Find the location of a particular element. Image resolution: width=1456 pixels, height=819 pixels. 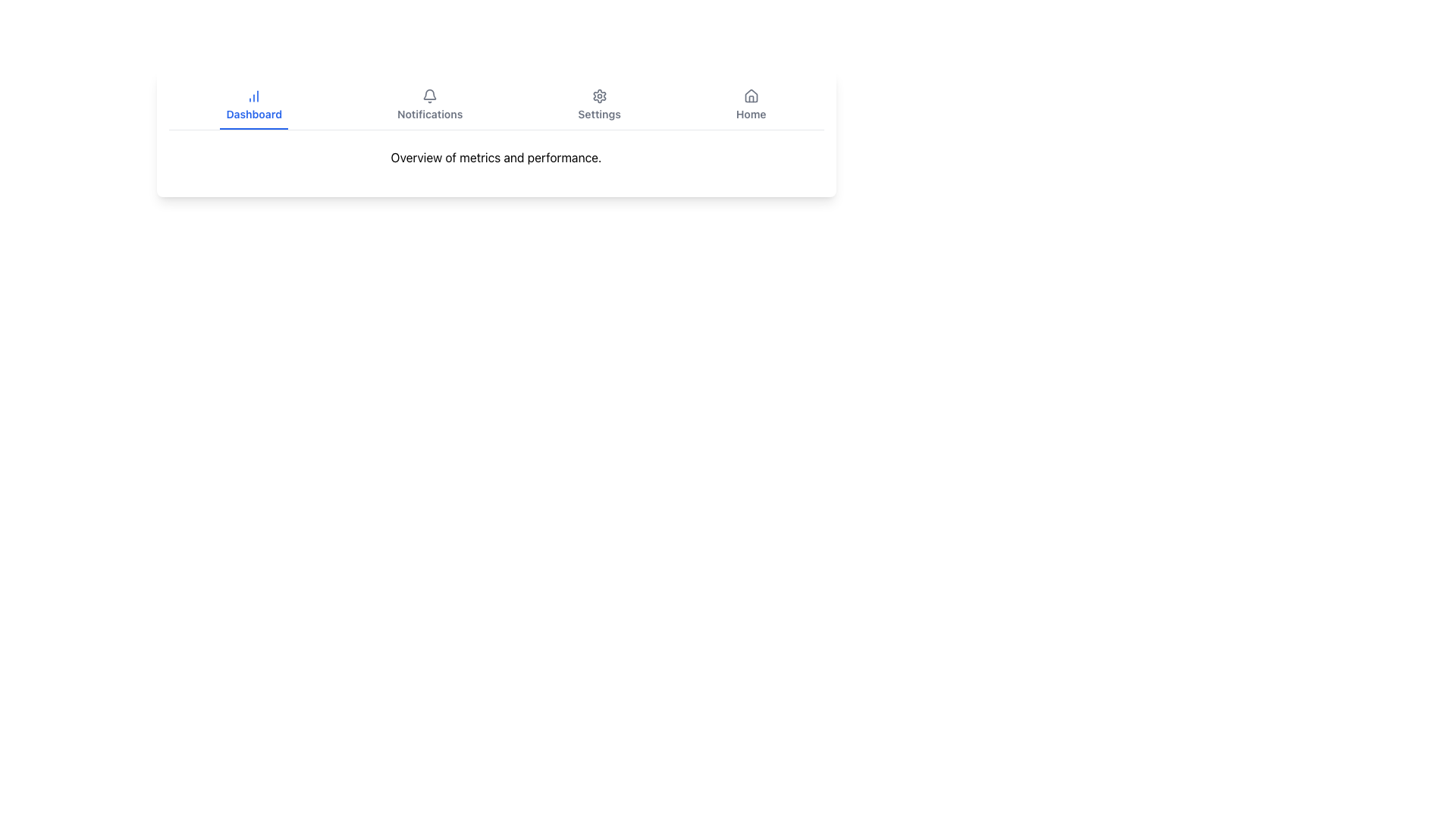

the navigation button located in the far-right position of the horizontal navigation bar is located at coordinates (751, 105).